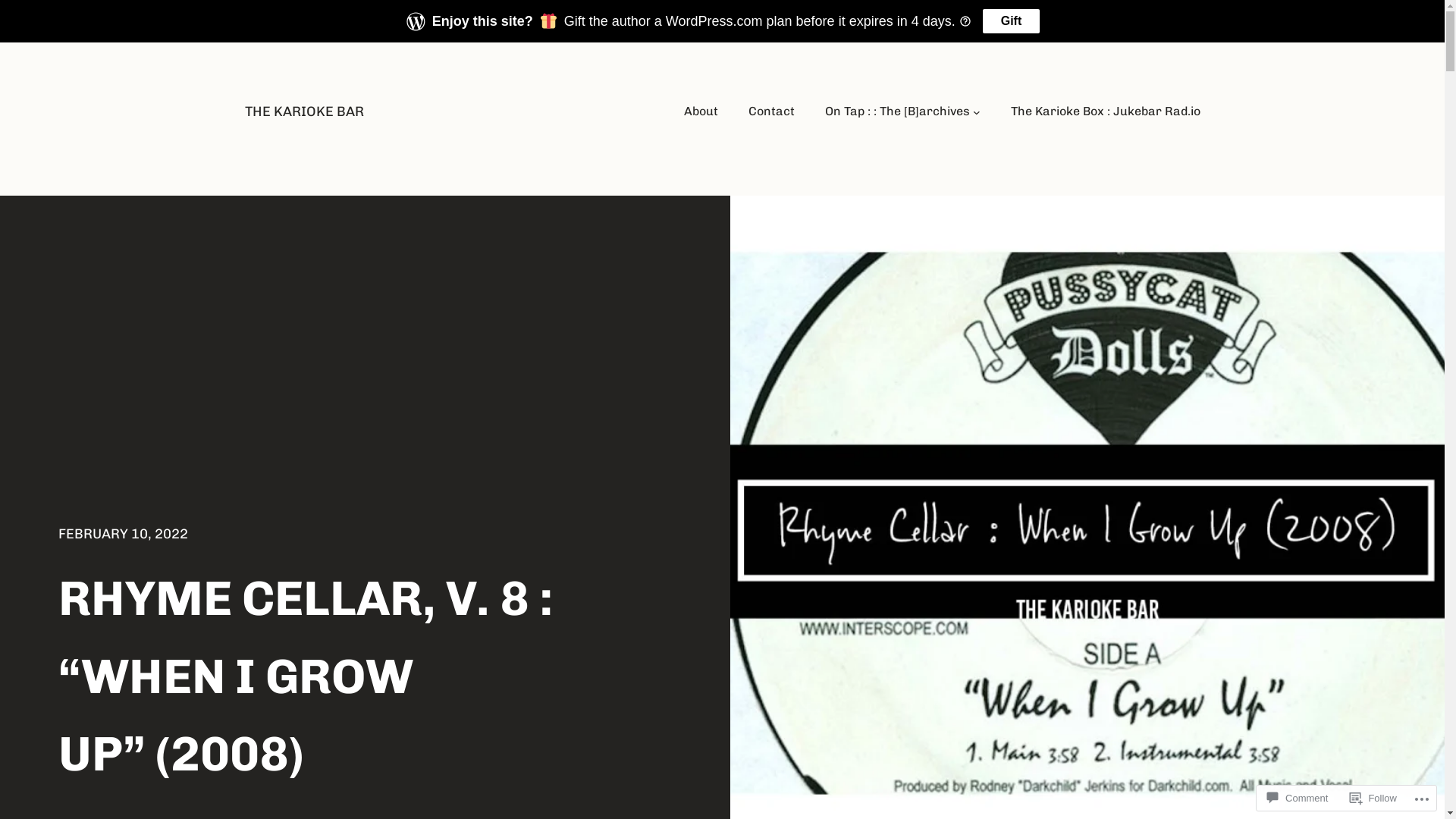 The image size is (1456, 819). What do you see at coordinates (1105, 110) in the screenshot?
I see `'The Karioke Box : Jukebar Rad.io'` at bounding box center [1105, 110].